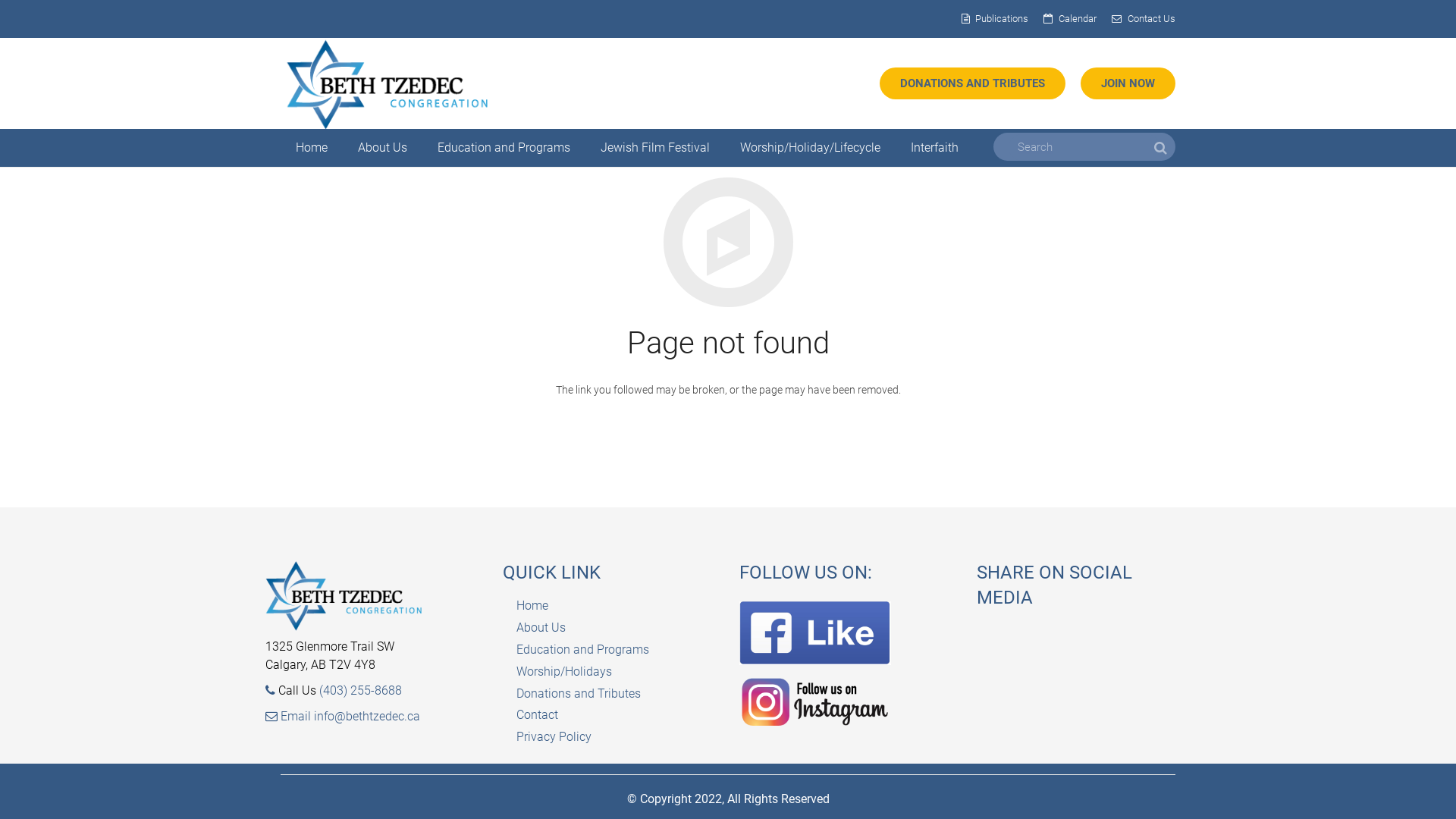 The height and width of the screenshot is (819, 1456). I want to click on 'DONATIONS AND TRIBUTES', so click(880, 83).